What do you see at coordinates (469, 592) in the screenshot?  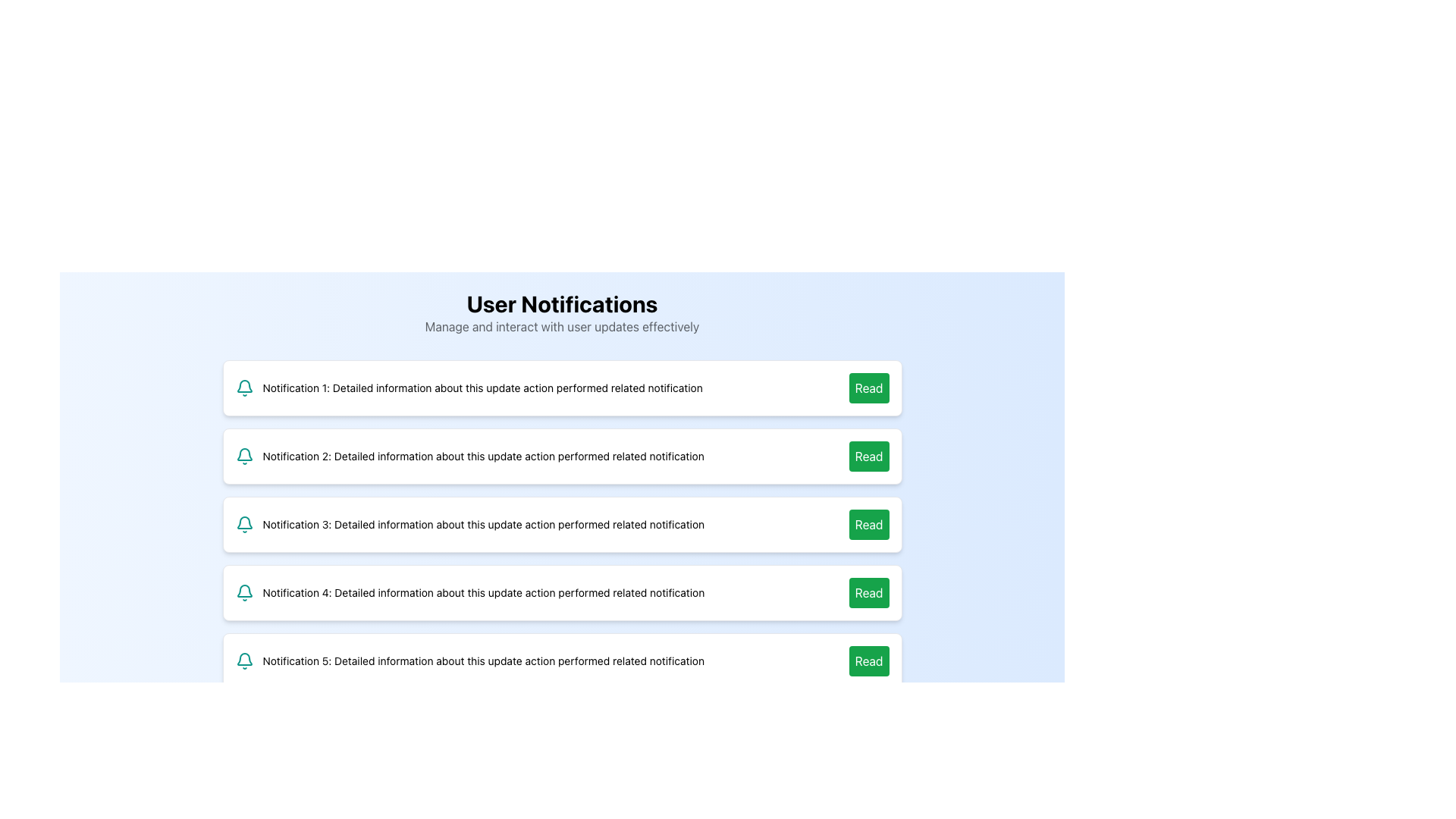 I see `the text element displaying detailed notification content for the fourth notification in the list, located between a bell icon and a 'Read' button` at bounding box center [469, 592].